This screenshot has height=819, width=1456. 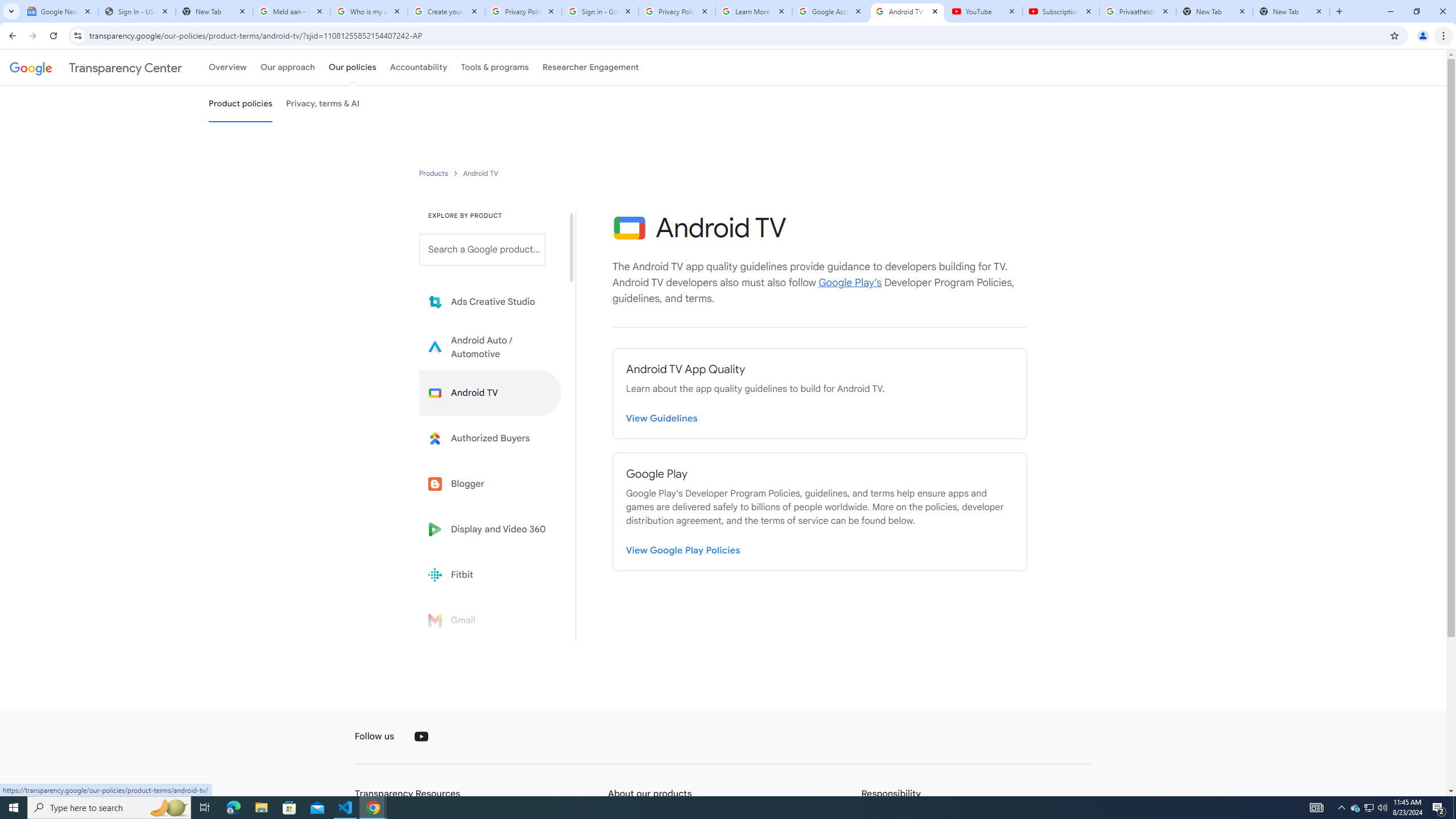 What do you see at coordinates (59, 11) in the screenshot?
I see `'Google News'` at bounding box center [59, 11].